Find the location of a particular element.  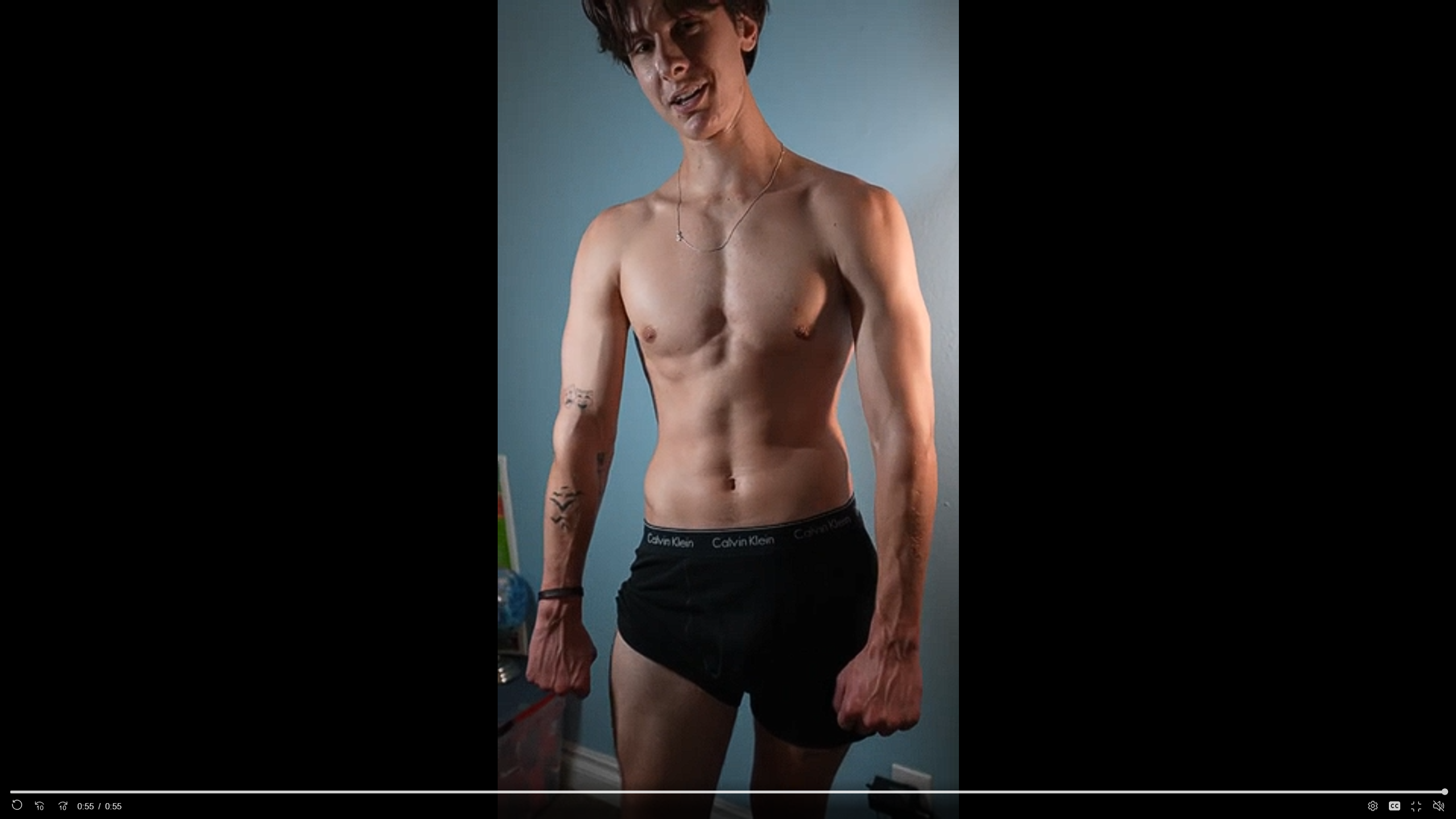

'Unmute' is located at coordinates (1438, 805).